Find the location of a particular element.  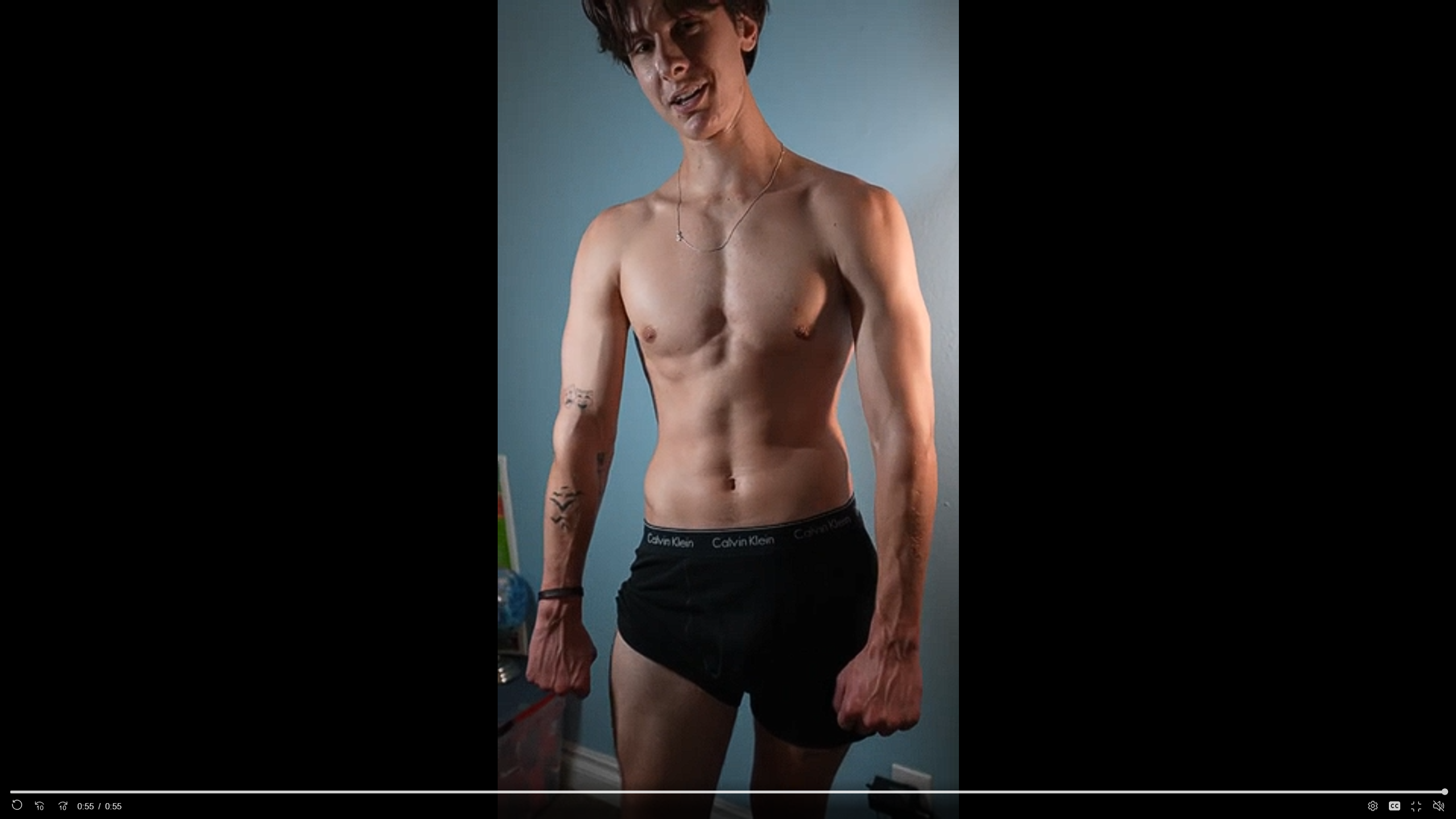

'Unmute' is located at coordinates (1438, 805).